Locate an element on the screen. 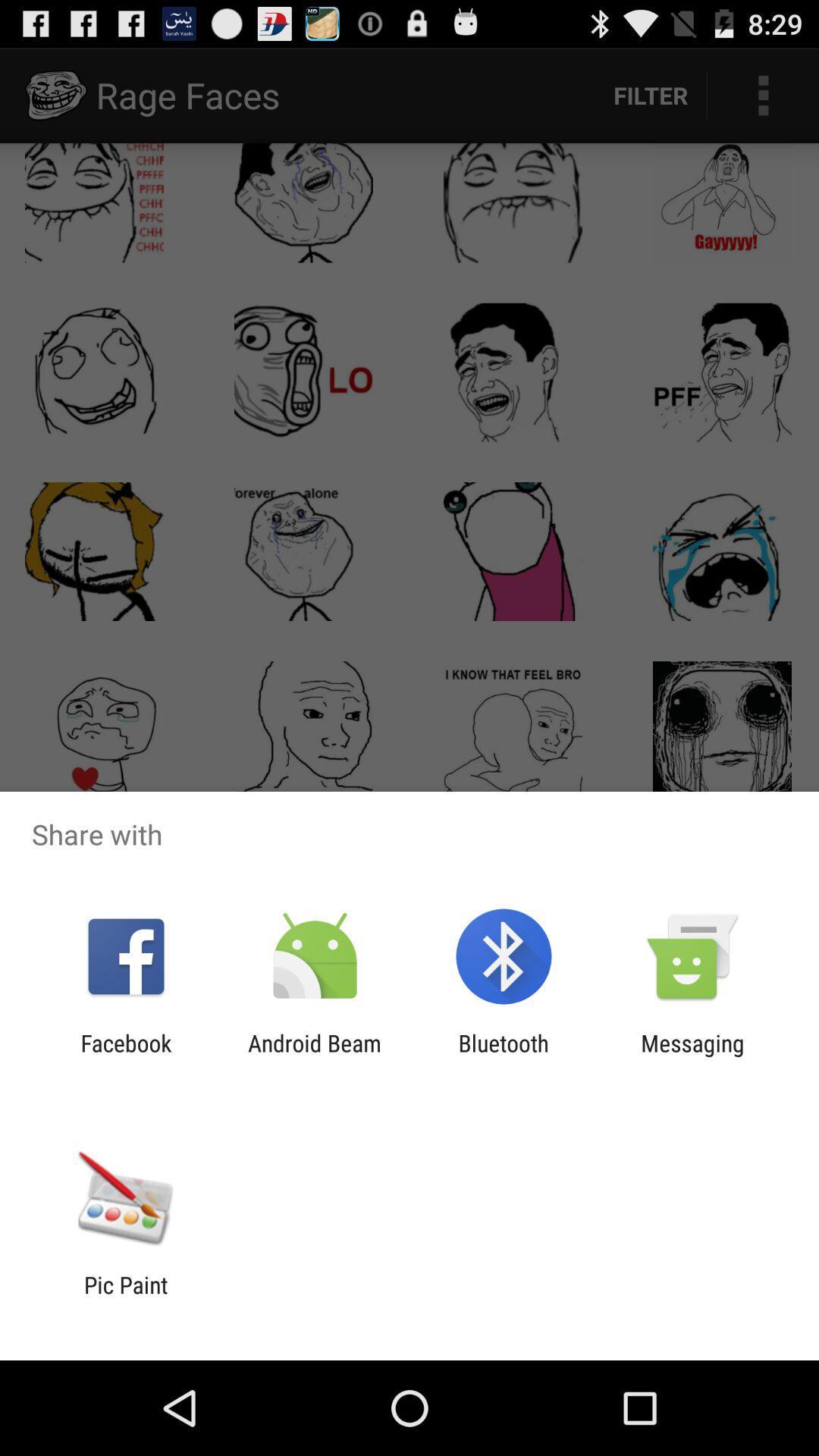  icon at the bottom right corner is located at coordinates (692, 1056).